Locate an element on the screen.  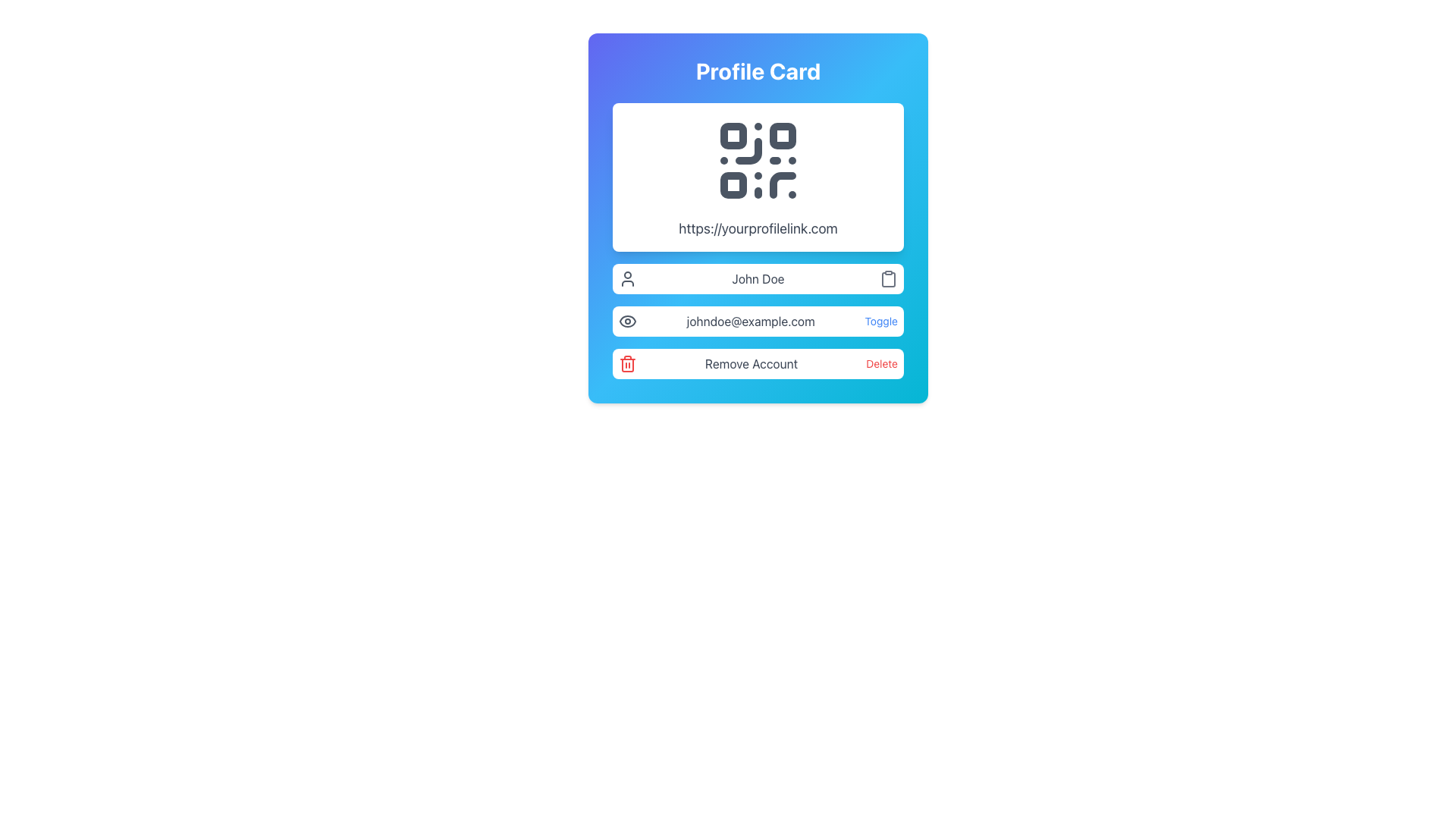
the 'Profile Card' static text label, which is a large, bold text element centered at the top of a gradient card background is located at coordinates (758, 71).